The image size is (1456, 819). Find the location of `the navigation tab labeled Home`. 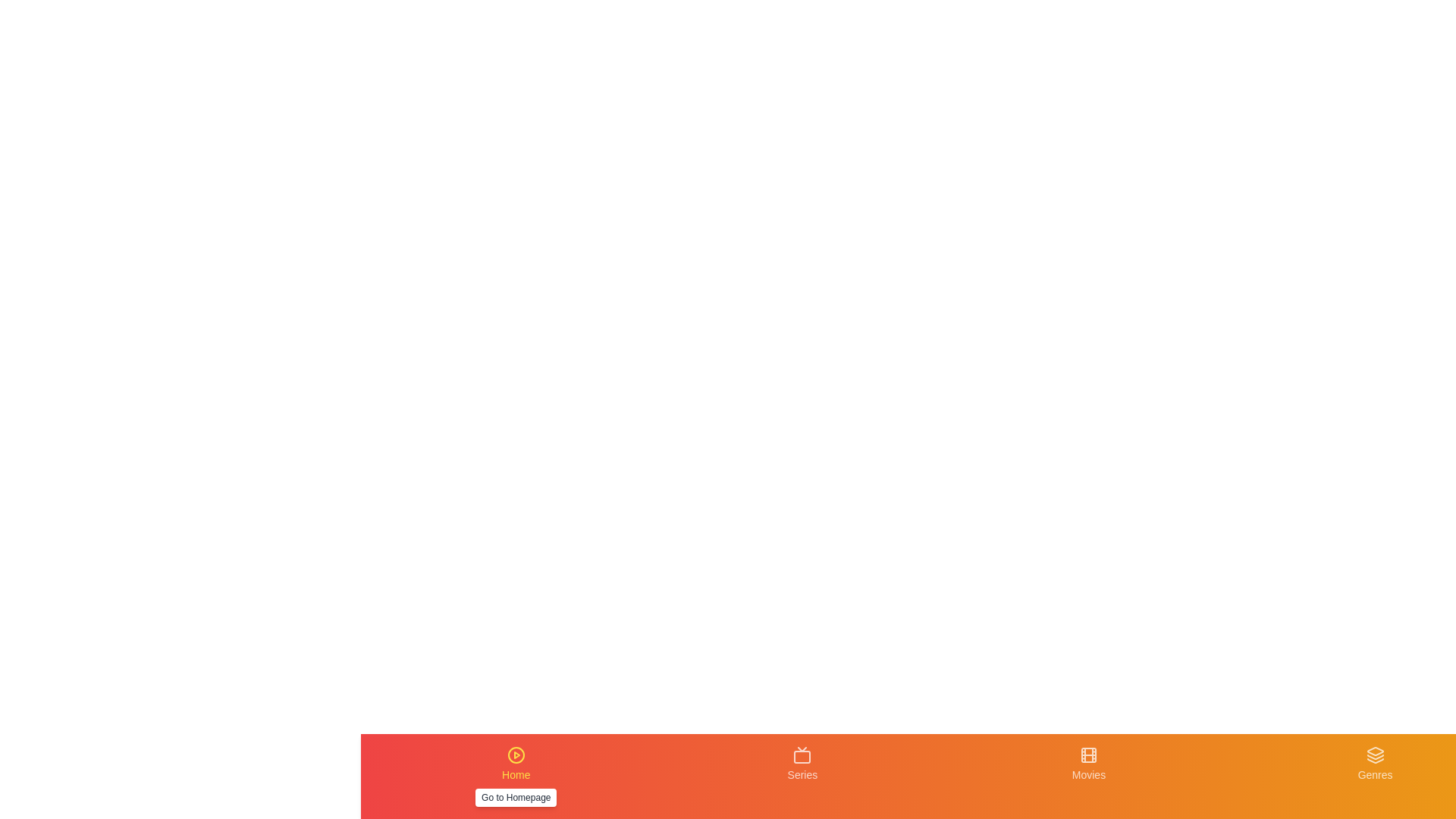

the navigation tab labeled Home is located at coordinates (516, 776).